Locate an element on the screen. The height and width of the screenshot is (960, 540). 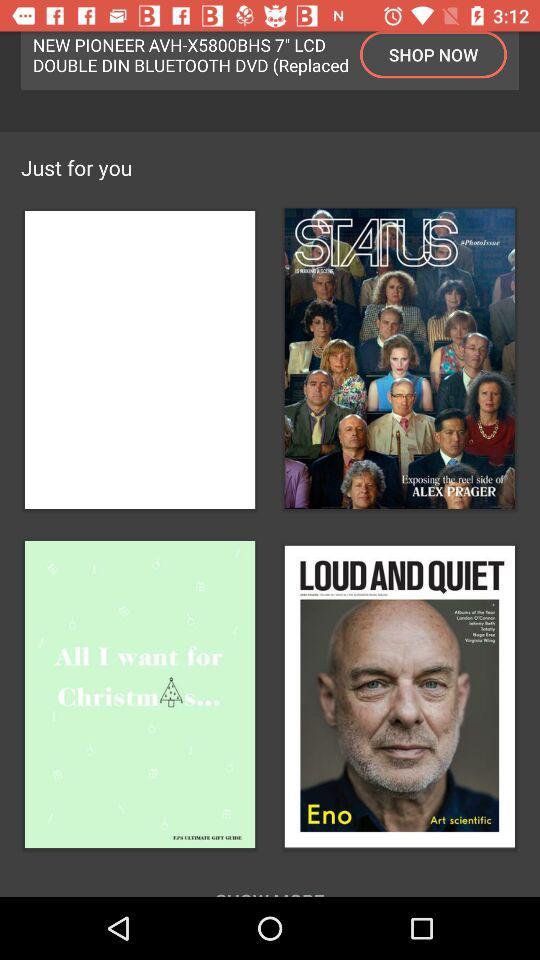
show more item is located at coordinates (270, 879).